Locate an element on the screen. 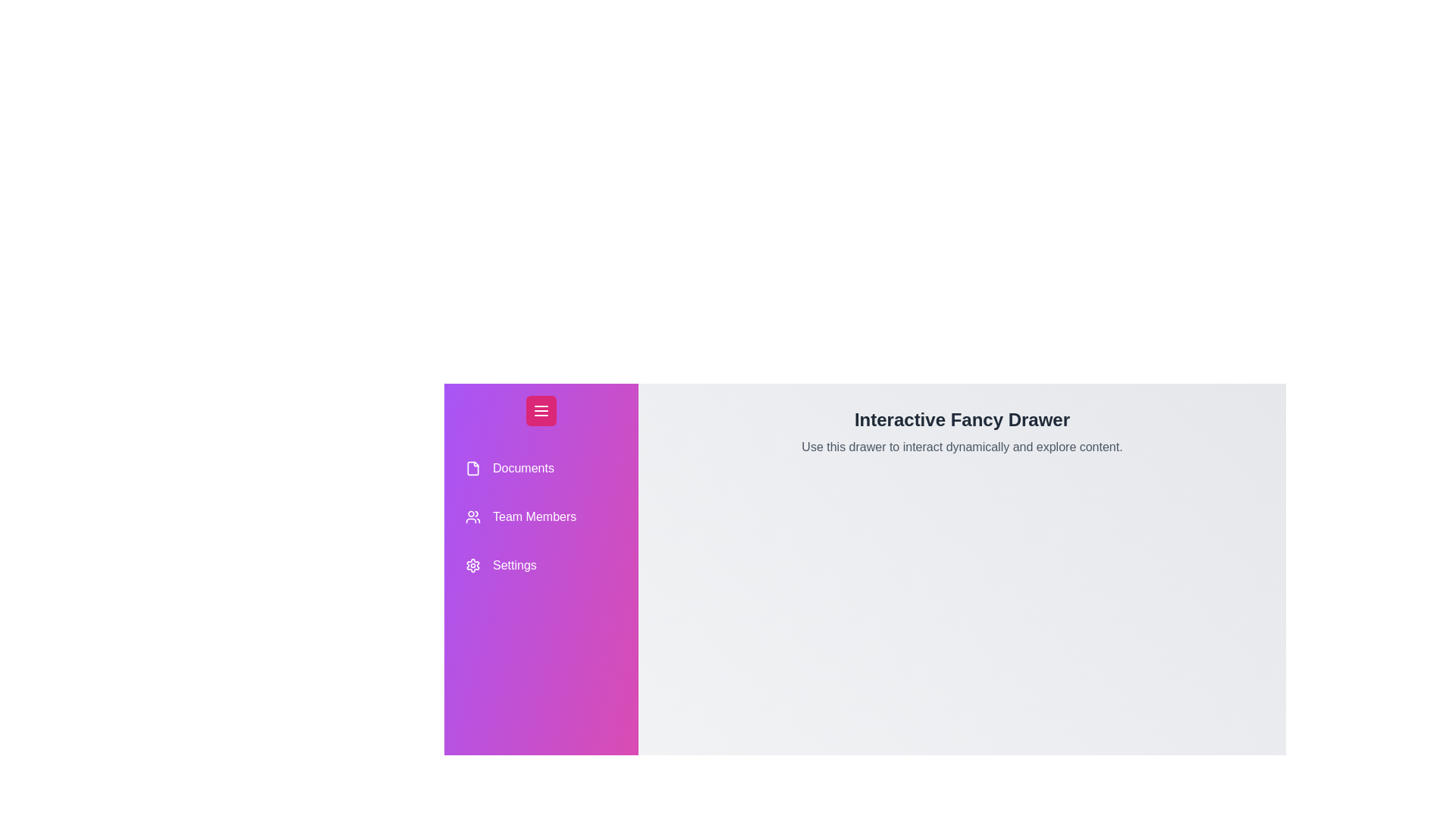  the drawer item labeled Documents to highlight it is located at coordinates (541, 467).